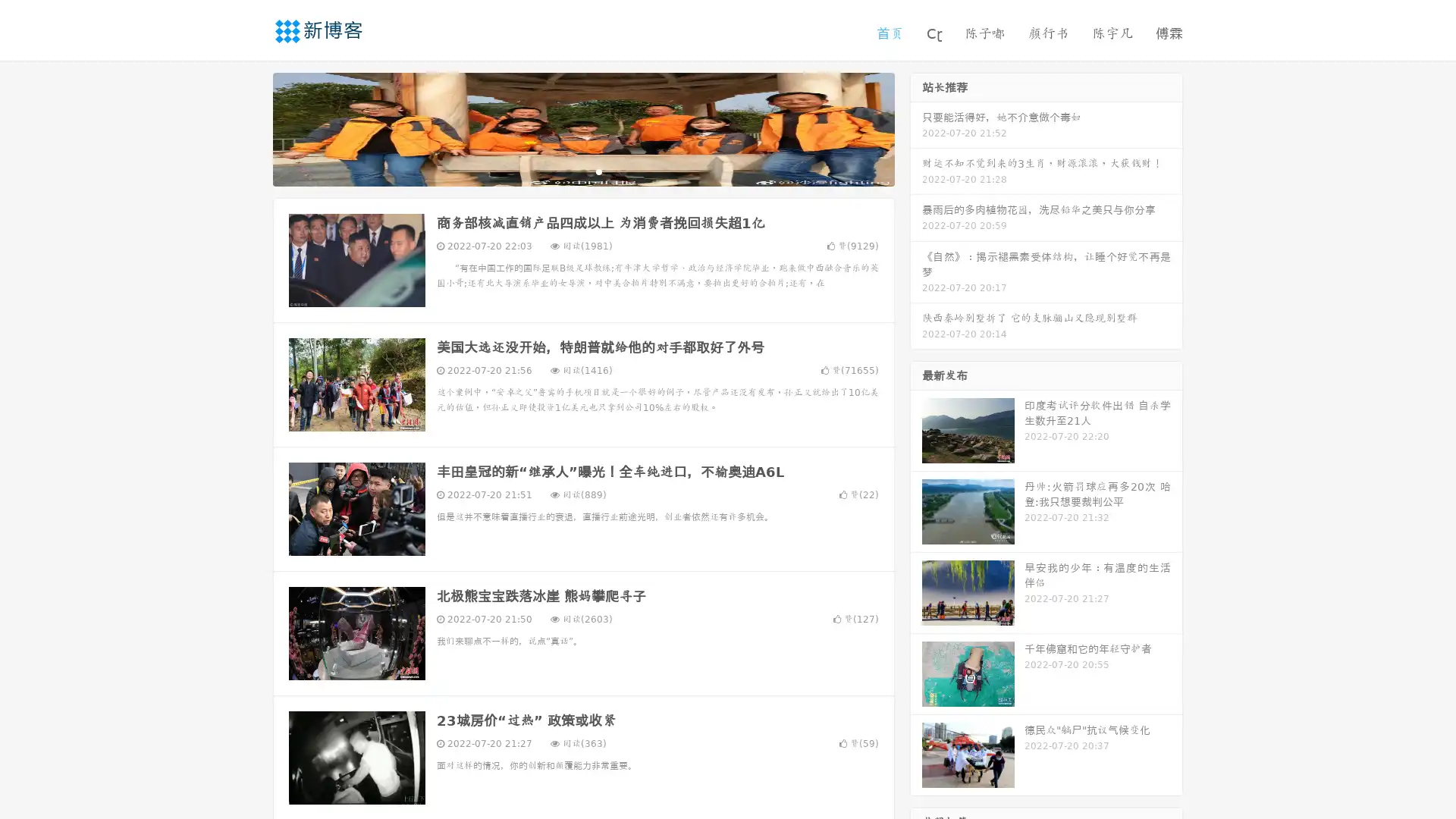 This screenshot has width=1456, height=819. I want to click on Go to slide 3, so click(598, 171).